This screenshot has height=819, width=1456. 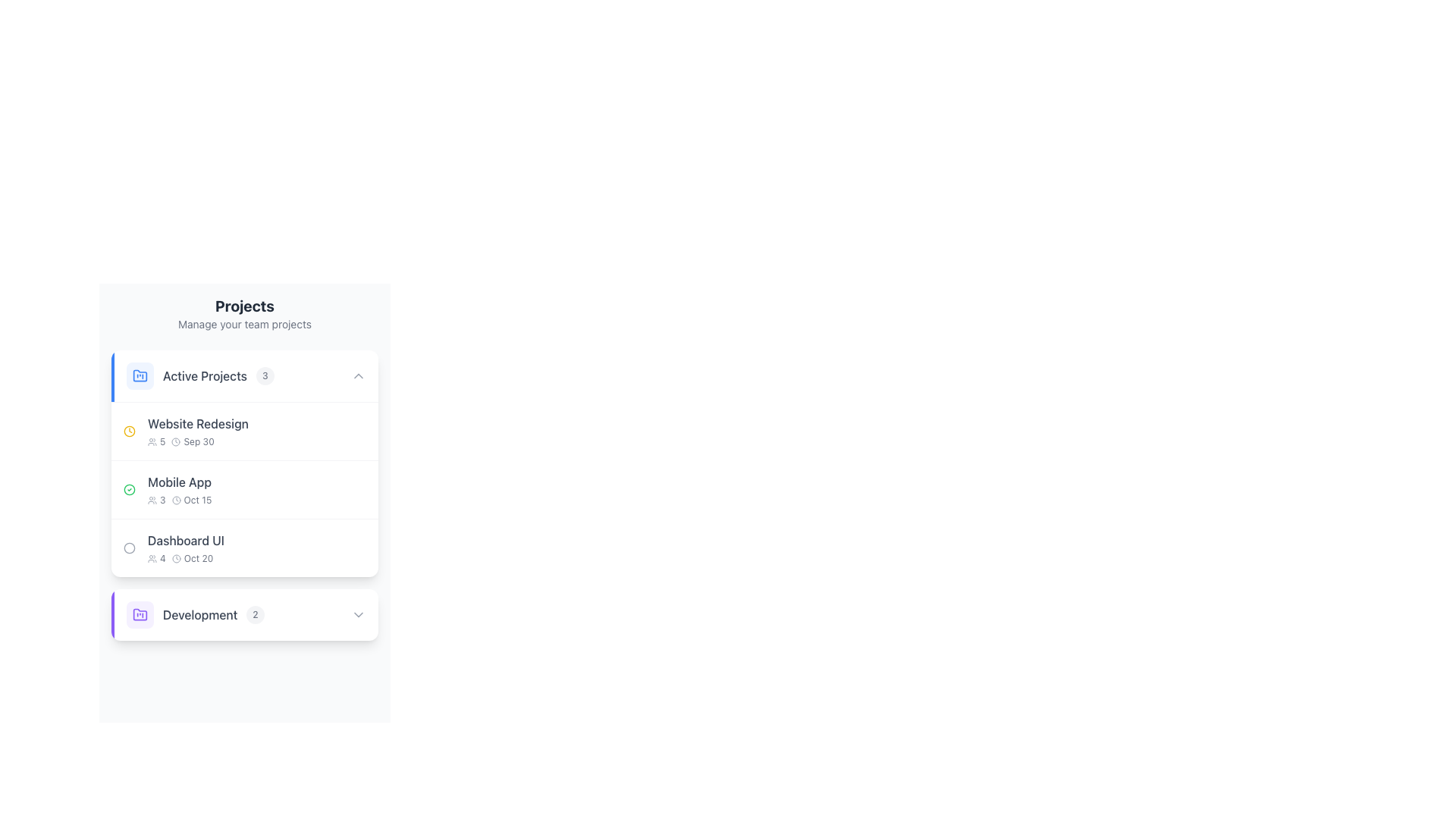 What do you see at coordinates (244, 547) in the screenshot?
I see `the project entry labeled 'Dashboard UI 4 Oct 20'` at bounding box center [244, 547].